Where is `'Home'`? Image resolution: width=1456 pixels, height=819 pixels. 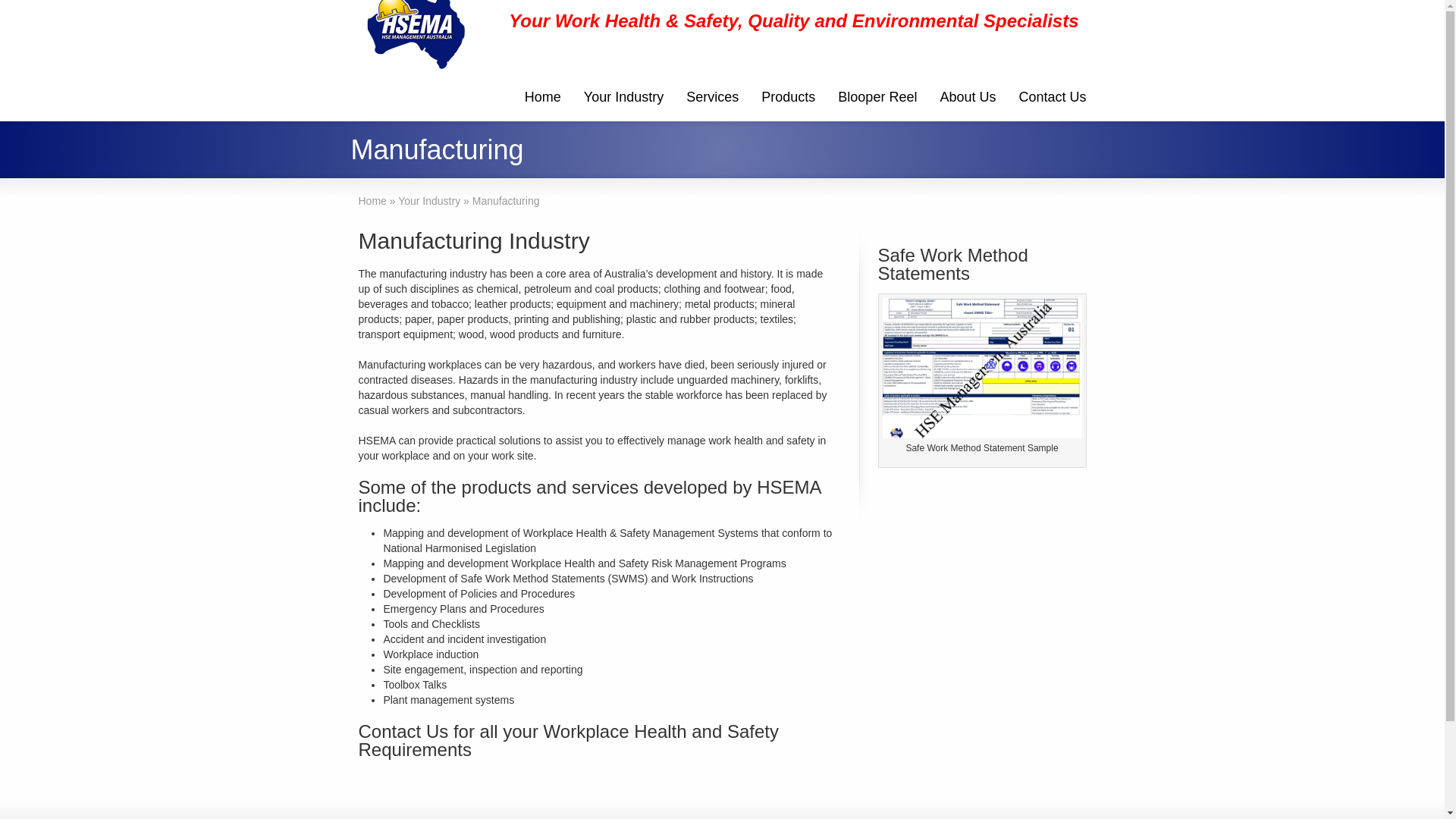 'Home' is located at coordinates (542, 99).